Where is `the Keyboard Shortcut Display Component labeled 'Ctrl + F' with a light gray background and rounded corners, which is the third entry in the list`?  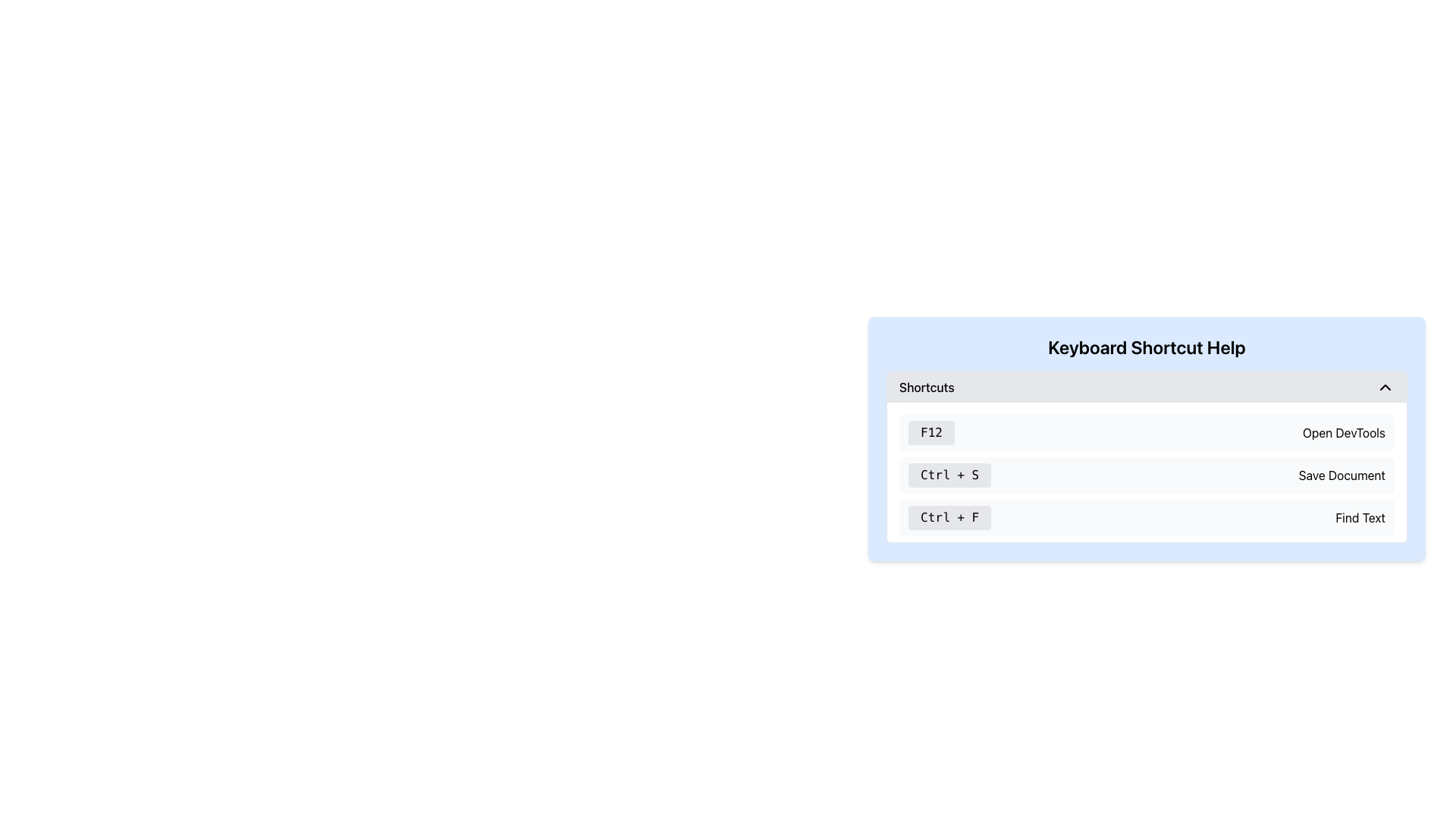
the Keyboard Shortcut Display Component labeled 'Ctrl + F' with a light gray background and rounded corners, which is the third entry in the list is located at coordinates (1147, 516).